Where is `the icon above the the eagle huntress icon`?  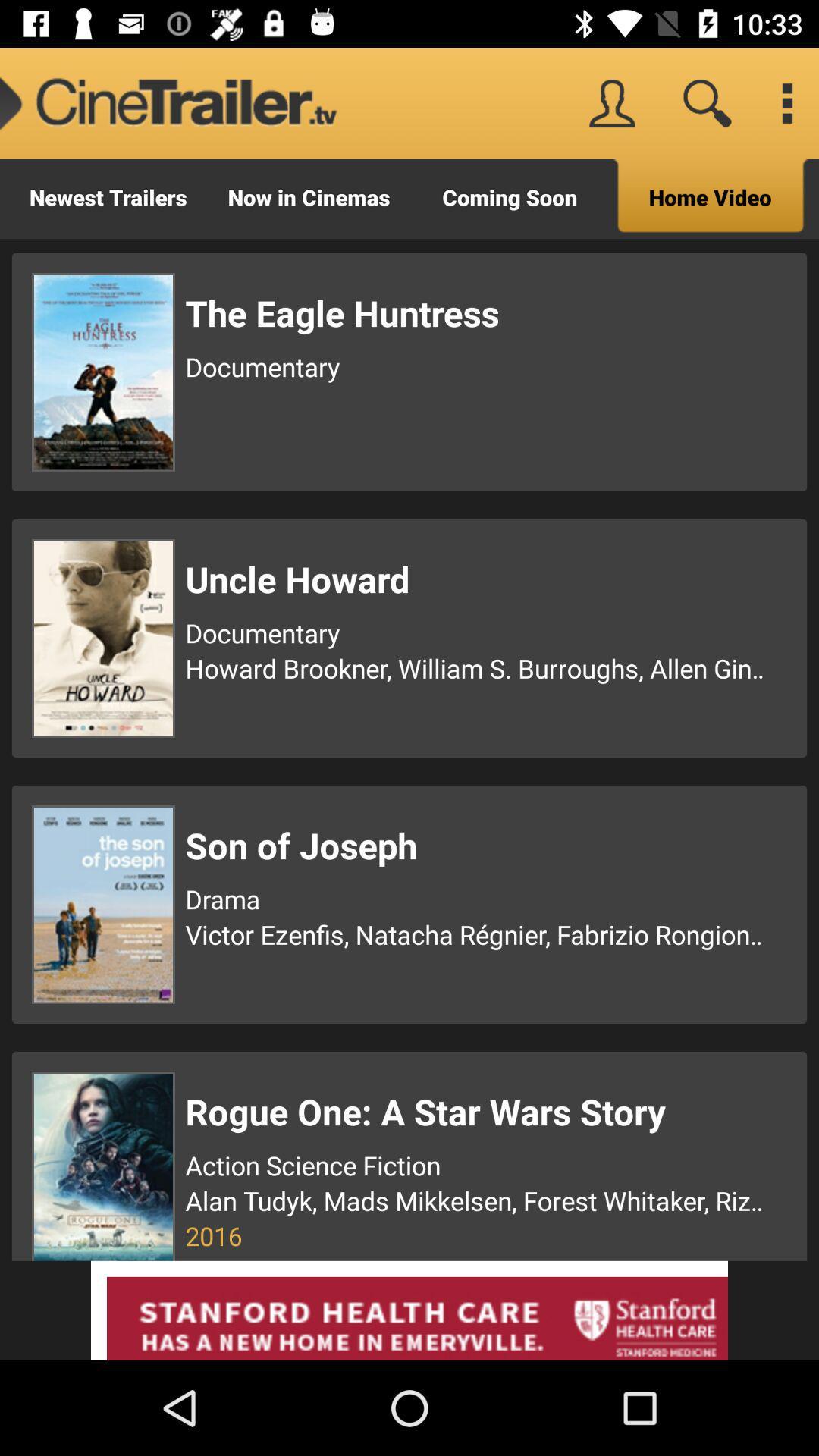 the icon above the the eagle huntress icon is located at coordinates (711, 198).